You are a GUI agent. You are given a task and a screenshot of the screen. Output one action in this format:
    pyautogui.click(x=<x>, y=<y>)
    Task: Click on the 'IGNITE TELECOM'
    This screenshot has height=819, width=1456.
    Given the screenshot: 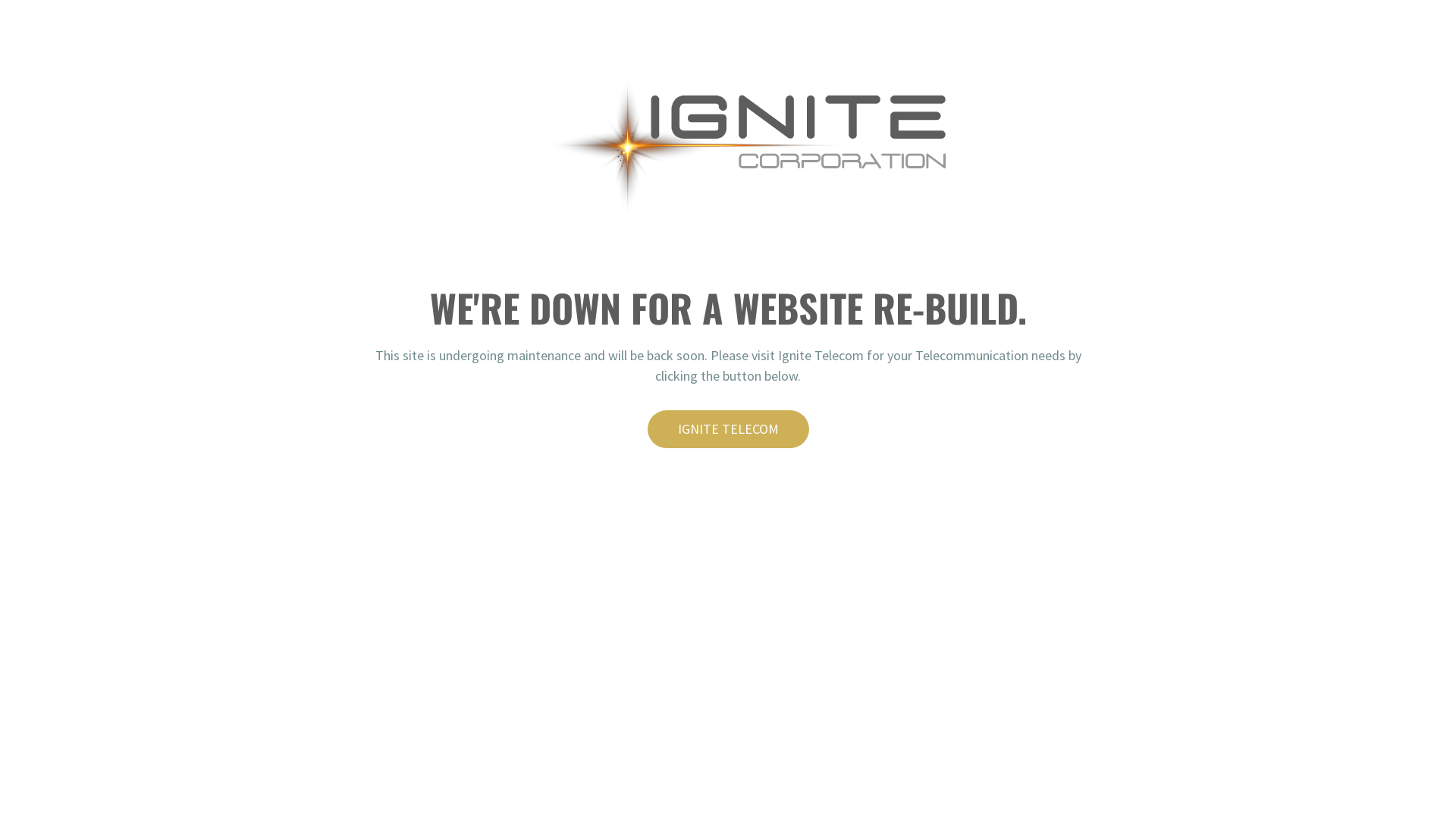 What is the action you would take?
    pyautogui.click(x=728, y=429)
    